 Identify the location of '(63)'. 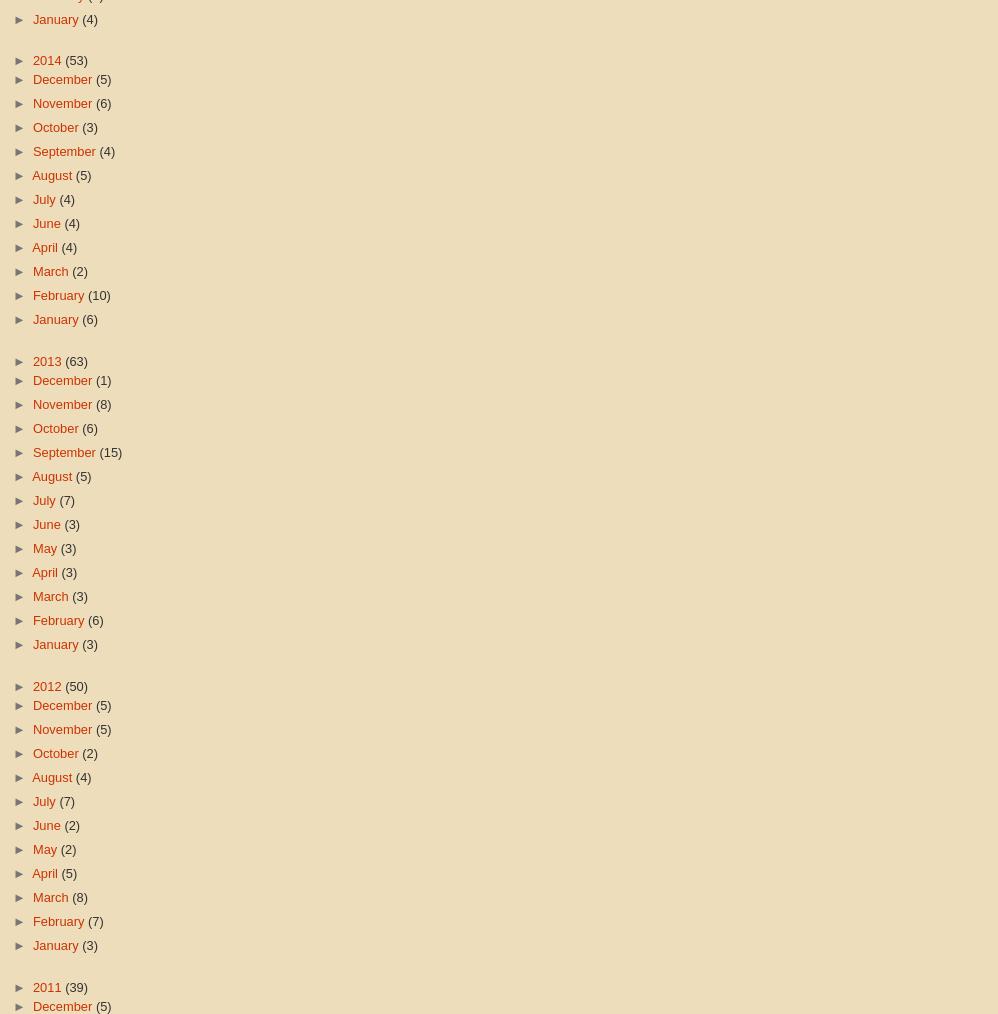
(63, 359).